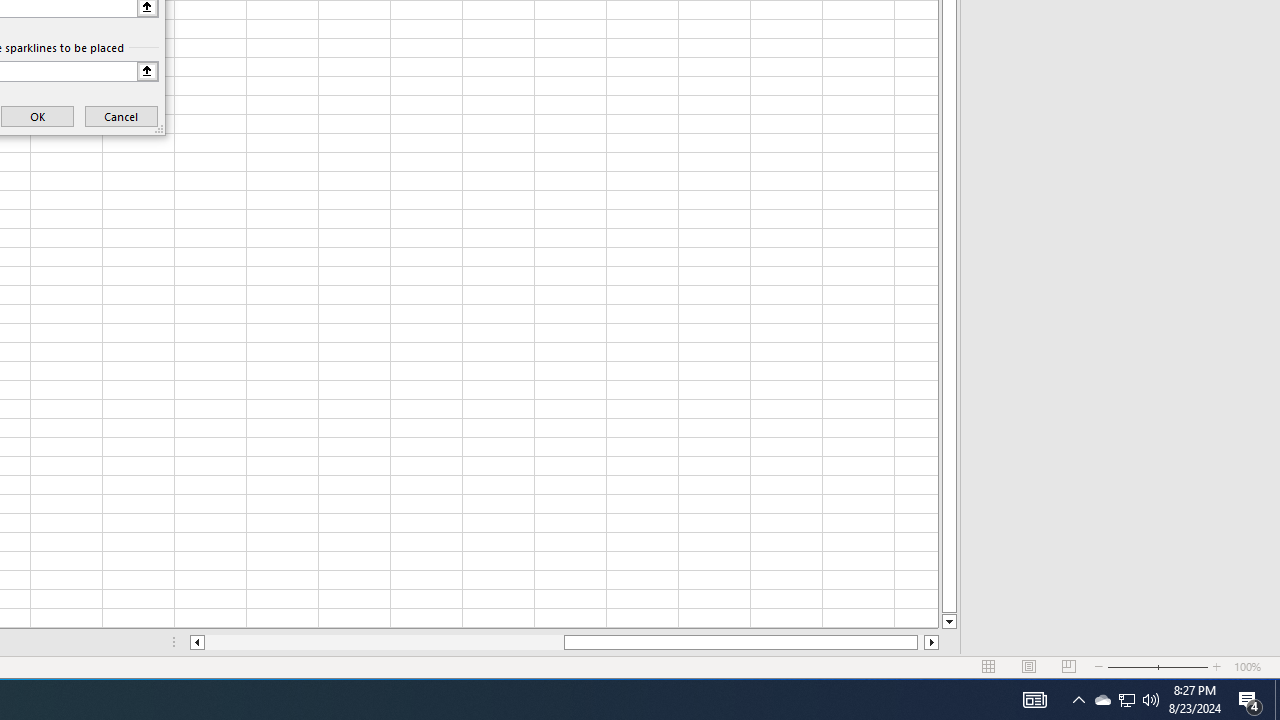 The width and height of the screenshot is (1280, 720). Describe the element at coordinates (384, 642) in the screenshot. I see `'Page left'` at that location.